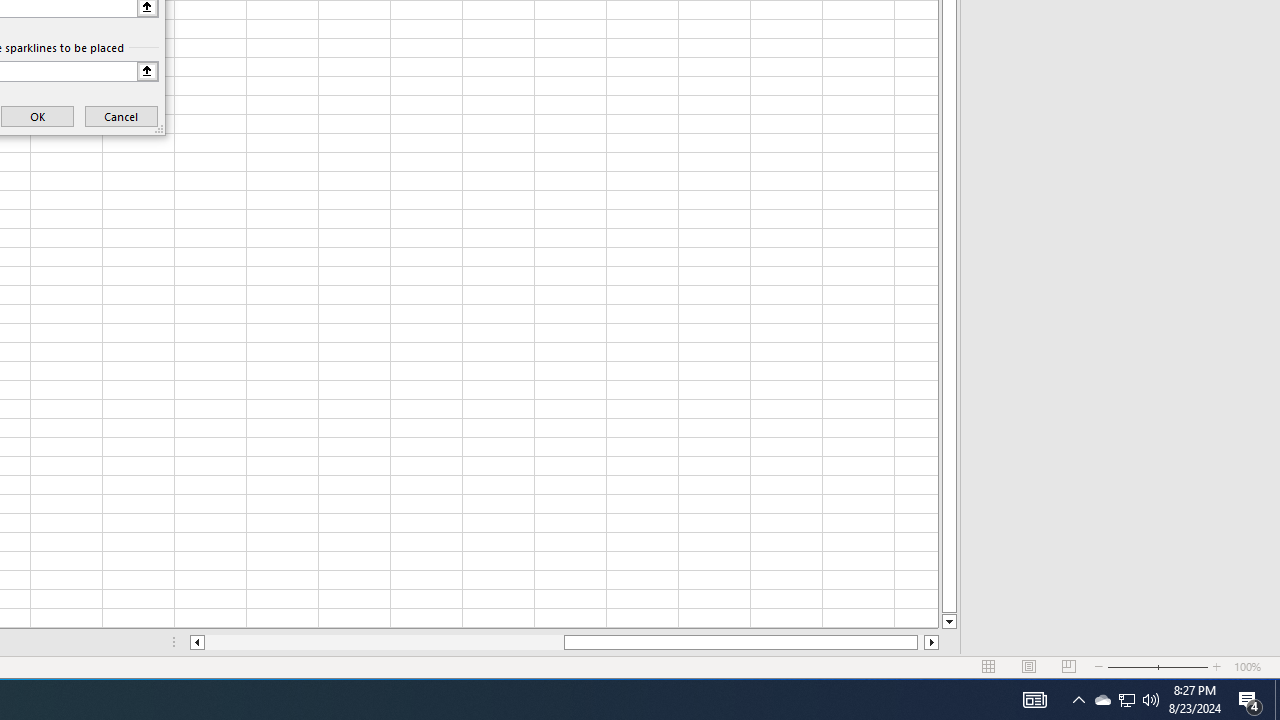 The width and height of the screenshot is (1280, 720). Describe the element at coordinates (384, 642) in the screenshot. I see `'Page left'` at that location.